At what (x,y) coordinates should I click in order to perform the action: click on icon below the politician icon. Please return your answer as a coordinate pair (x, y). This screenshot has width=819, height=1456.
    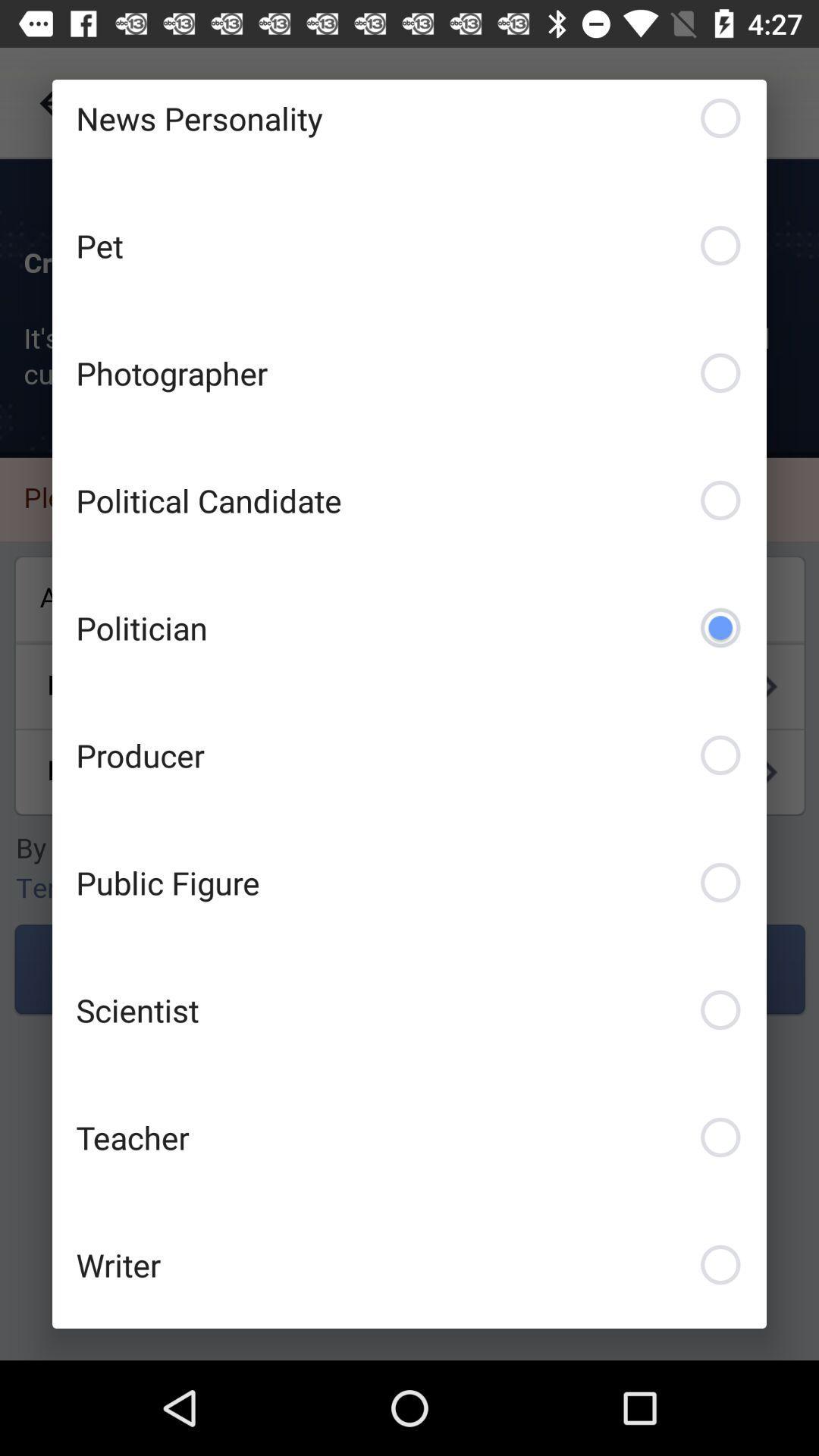
    Looking at the image, I should click on (409, 755).